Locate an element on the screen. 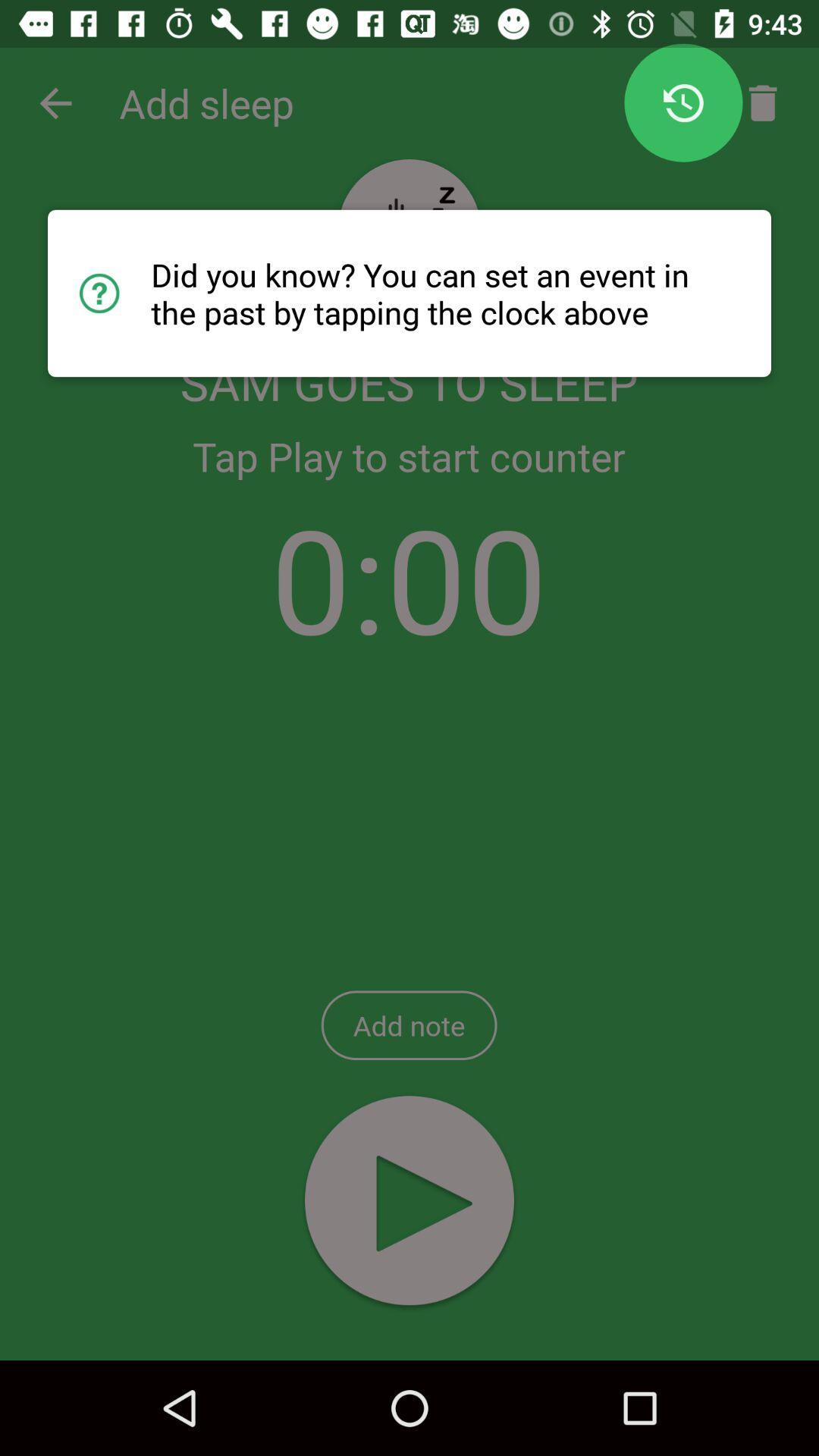 Image resolution: width=819 pixels, height=1456 pixels. 0:00 icon is located at coordinates (408, 577).